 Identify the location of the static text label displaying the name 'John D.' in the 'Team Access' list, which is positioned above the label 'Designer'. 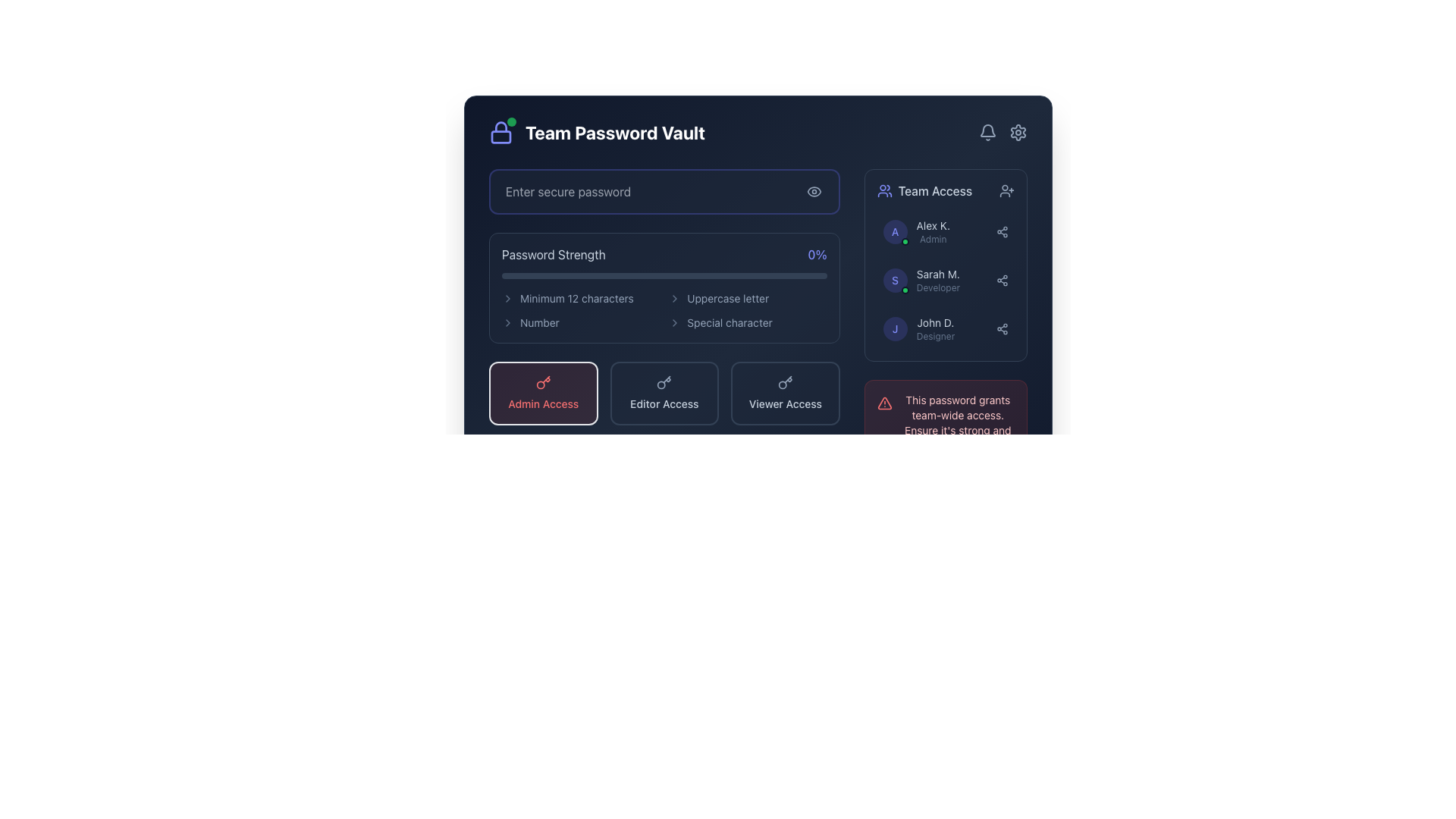
(934, 322).